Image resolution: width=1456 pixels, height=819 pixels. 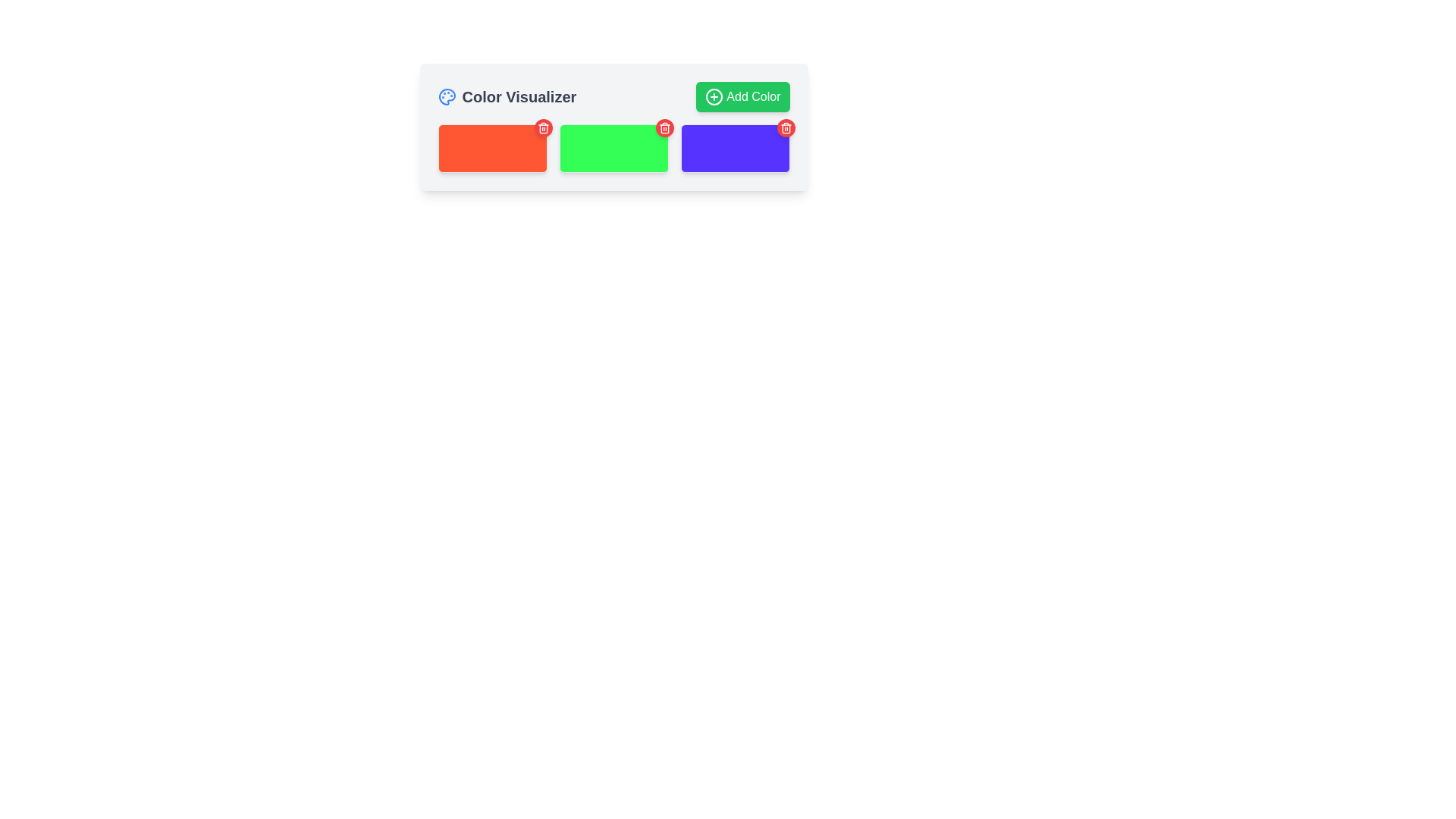 What do you see at coordinates (742, 96) in the screenshot?
I see `the 'Add Color' button, which has a green background, white text, and a plus icon` at bounding box center [742, 96].